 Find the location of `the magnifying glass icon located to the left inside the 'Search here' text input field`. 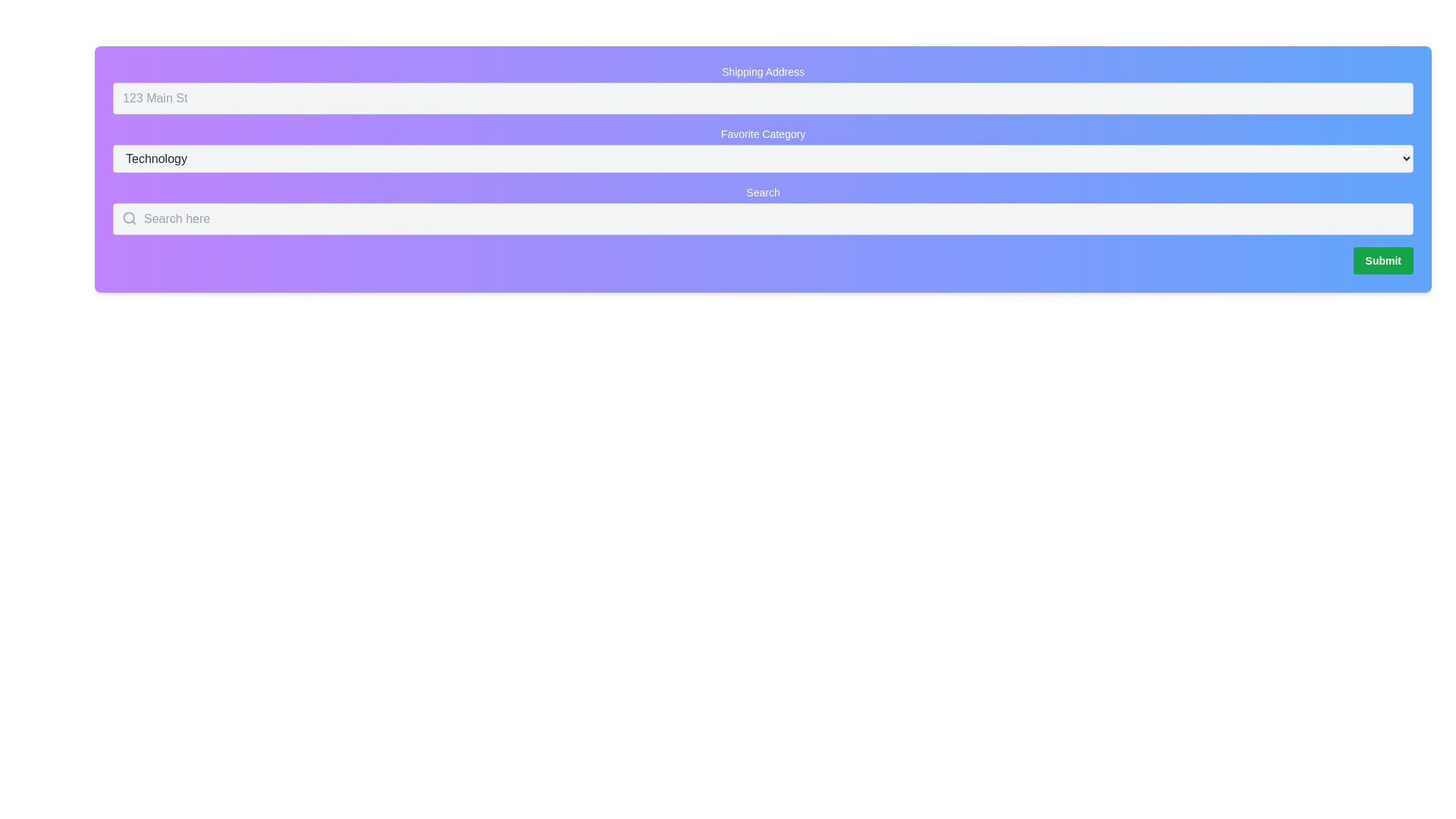

the magnifying glass icon located to the left inside the 'Search here' text input field is located at coordinates (130, 218).